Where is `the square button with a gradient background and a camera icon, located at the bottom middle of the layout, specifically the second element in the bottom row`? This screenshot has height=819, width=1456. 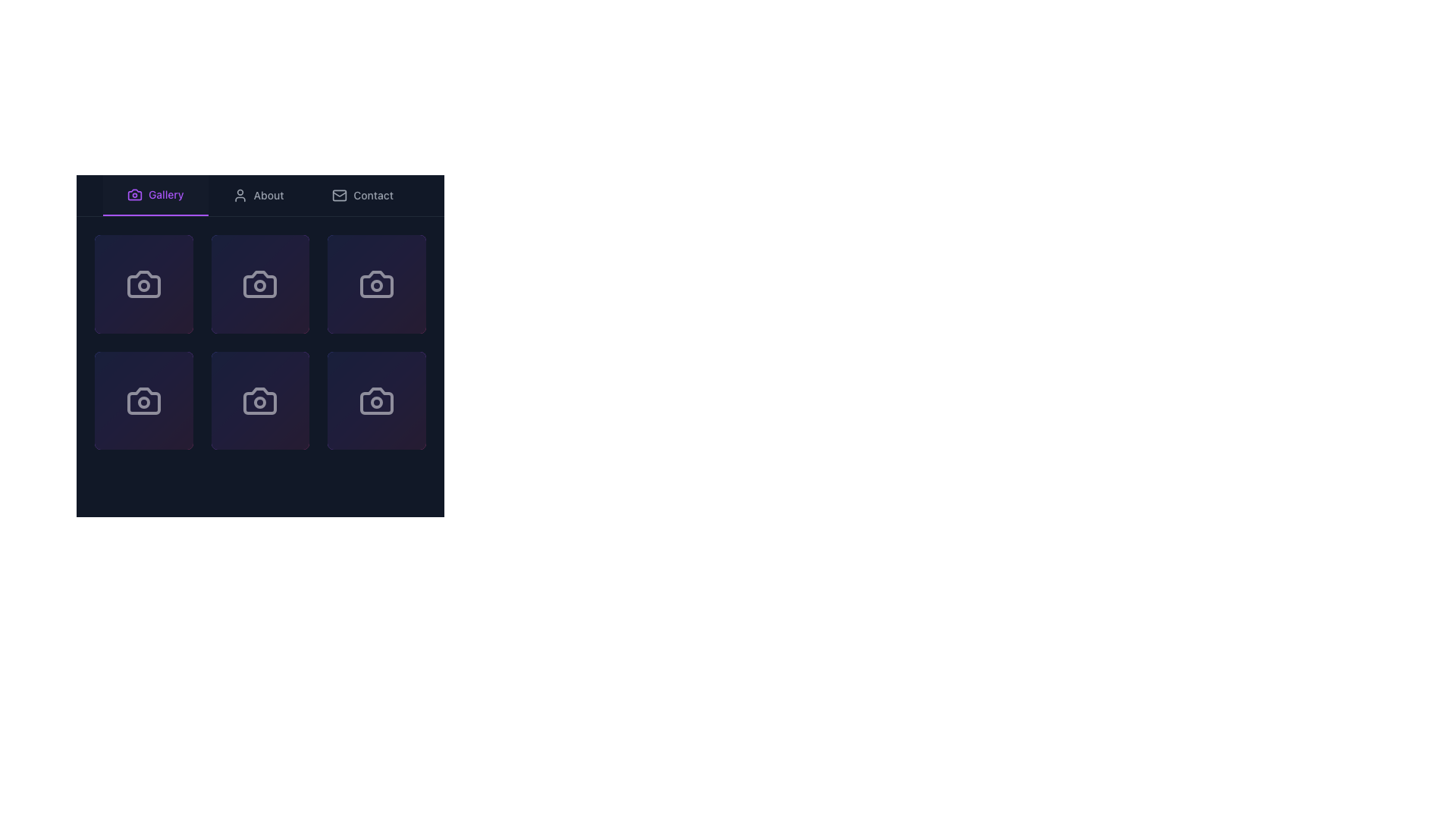
the square button with a gradient background and a camera icon, located at the bottom middle of the layout, specifically the second element in the bottom row is located at coordinates (260, 400).